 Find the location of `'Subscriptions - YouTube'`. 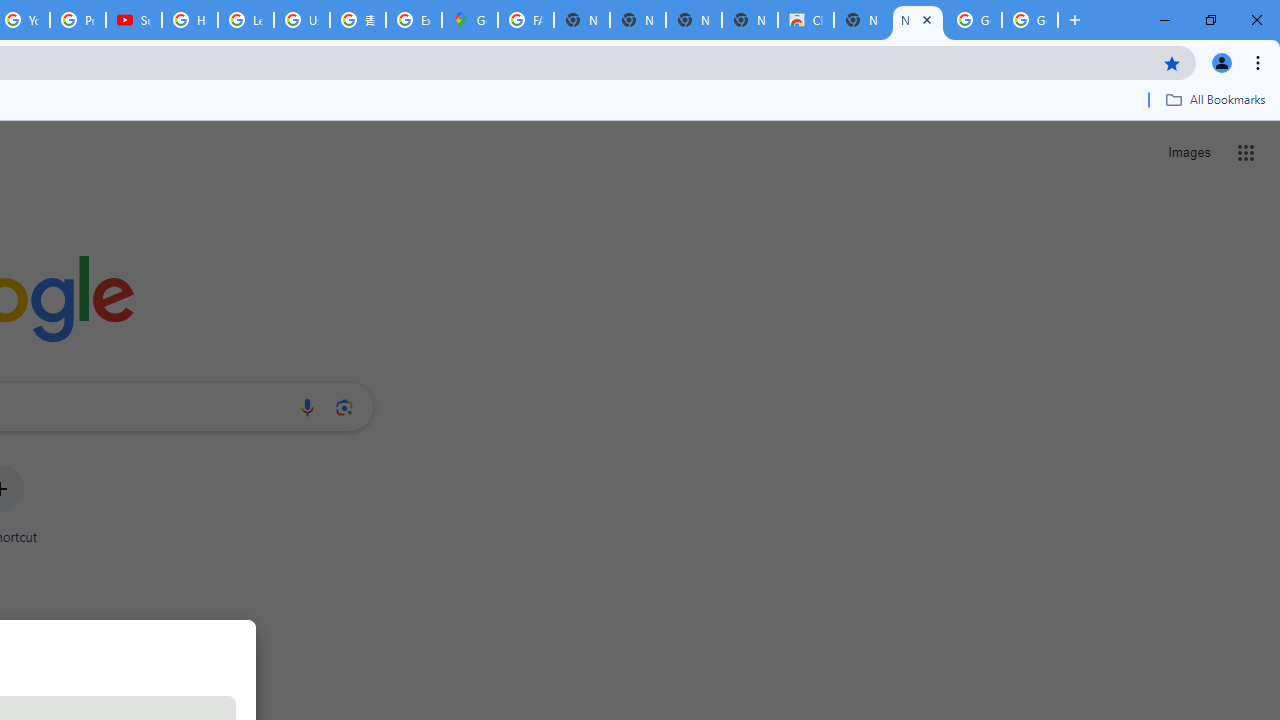

'Subscriptions - YouTube' is located at coordinates (133, 20).